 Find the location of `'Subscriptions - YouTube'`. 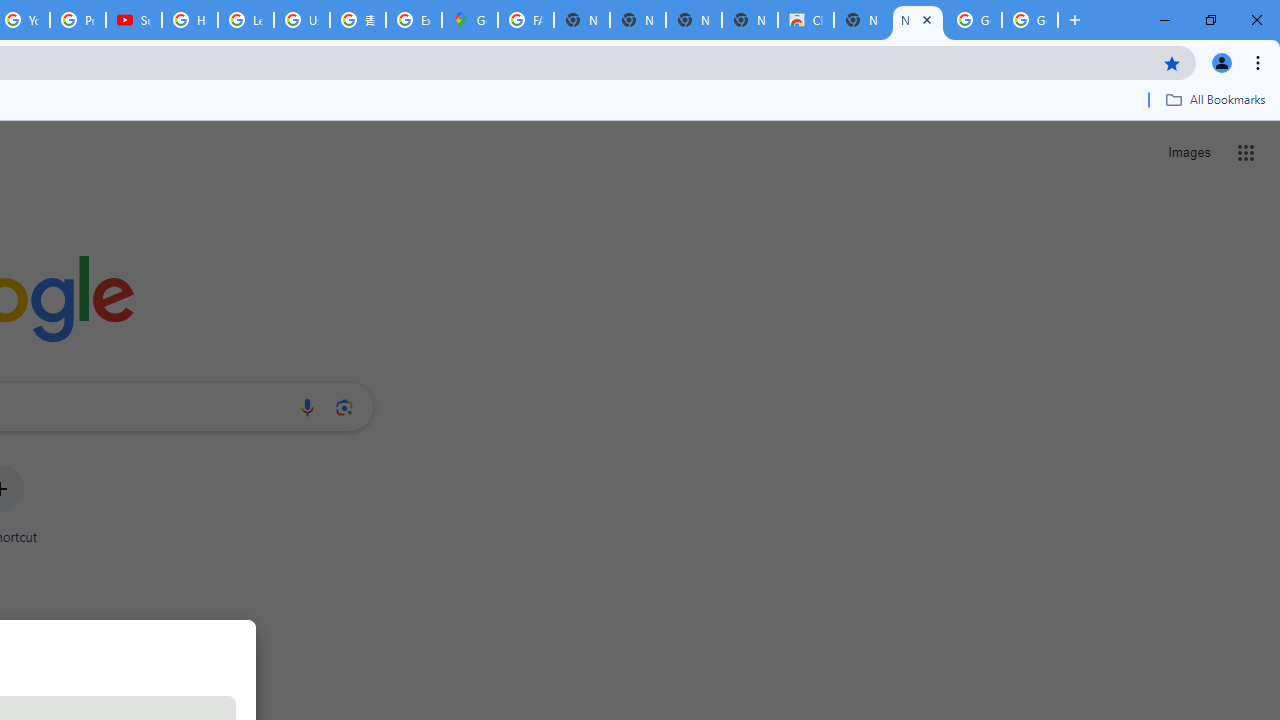

'Subscriptions - YouTube' is located at coordinates (133, 20).